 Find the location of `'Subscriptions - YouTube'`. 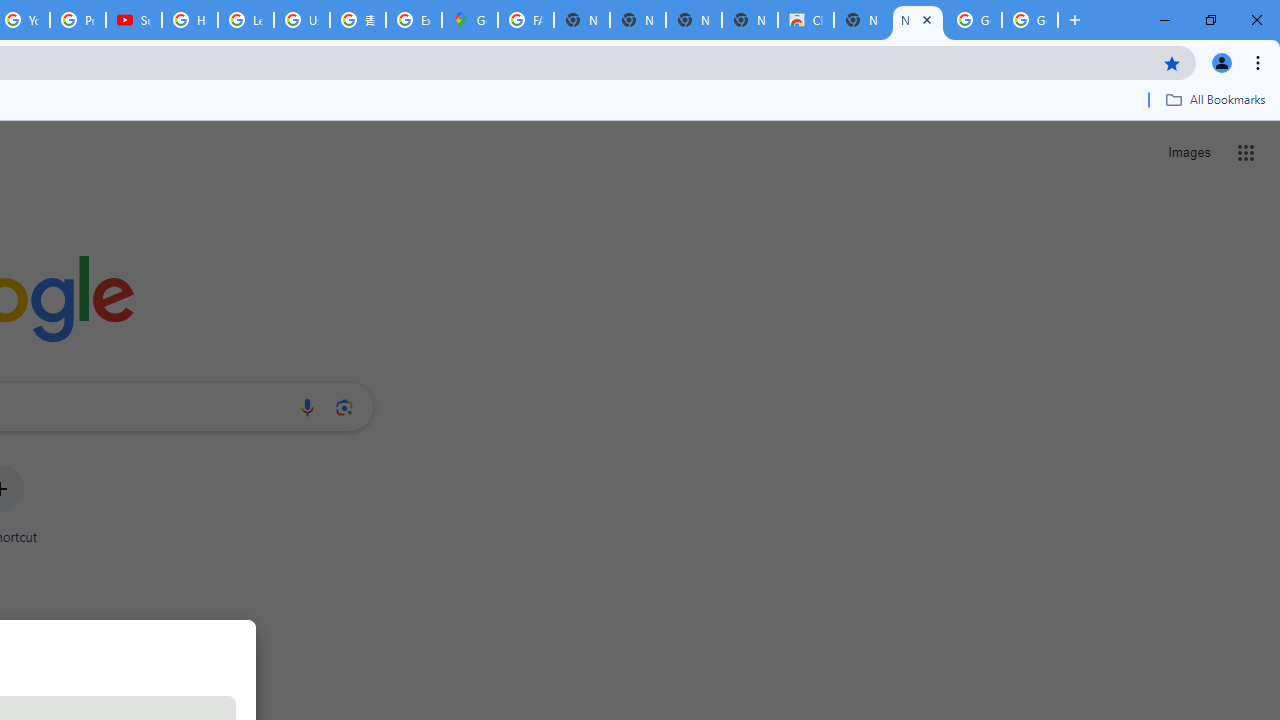

'Subscriptions - YouTube' is located at coordinates (133, 20).